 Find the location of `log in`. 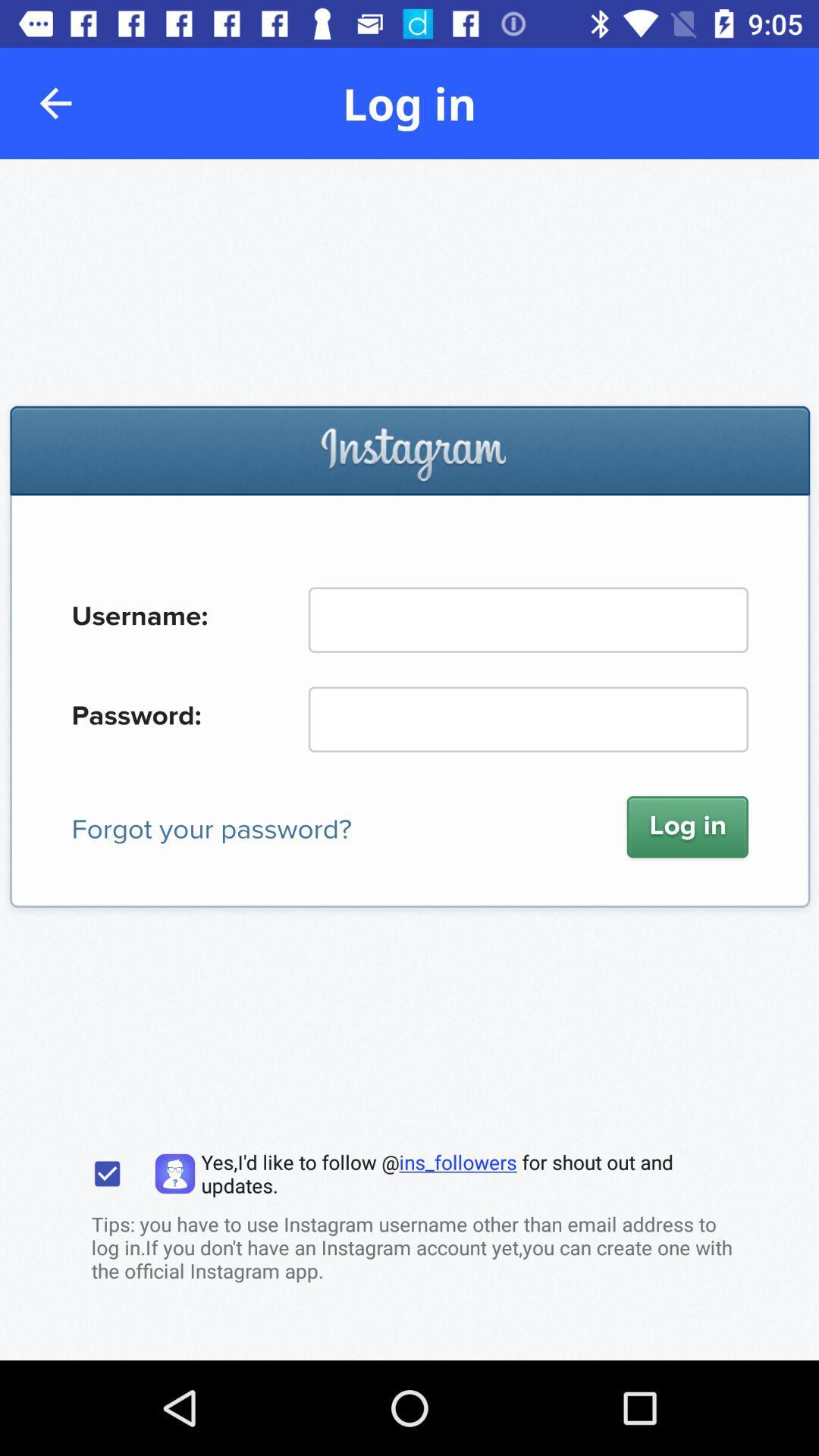

log in is located at coordinates (409, 760).